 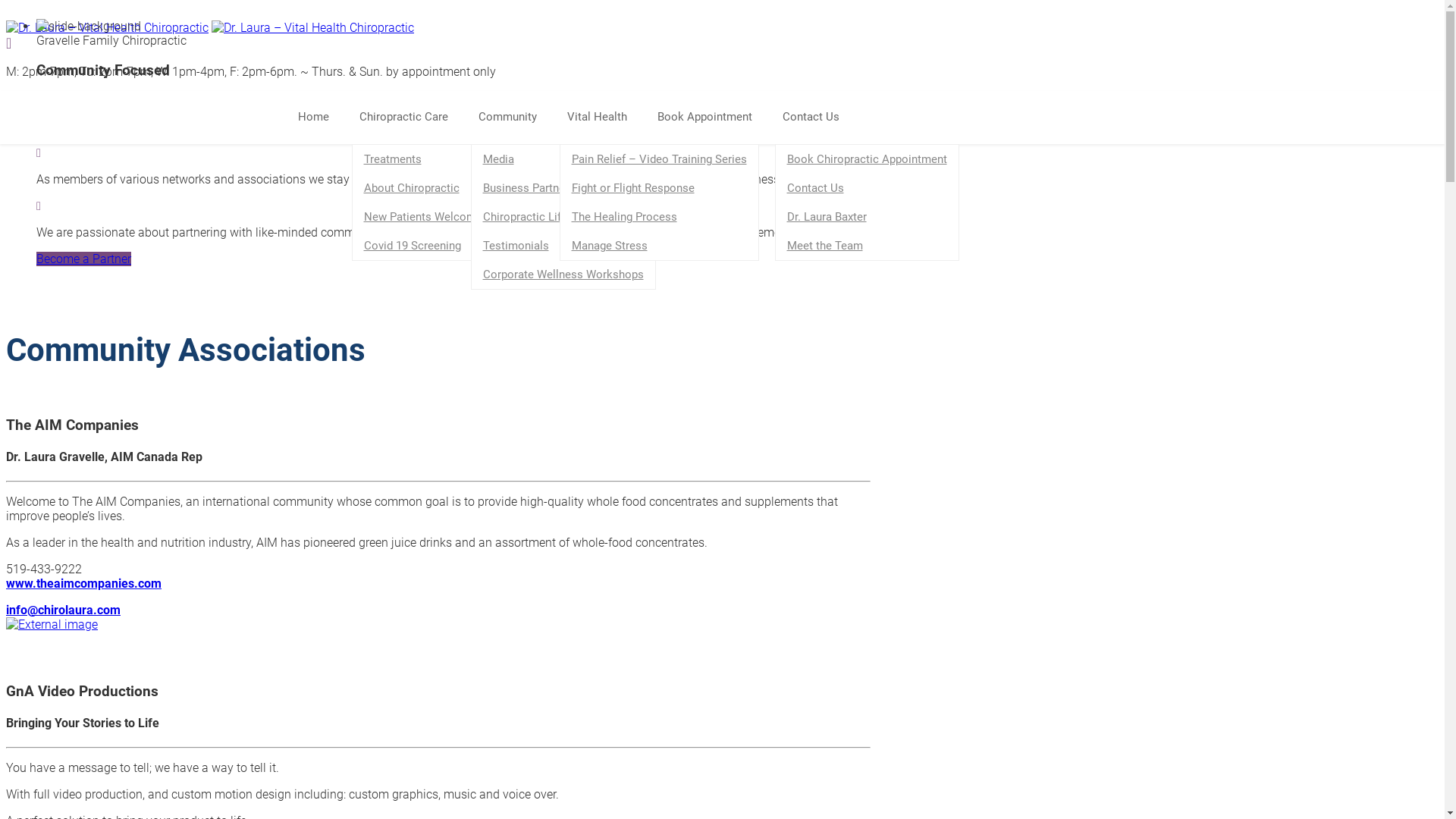 I want to click on 'Home', so click(x=290, y=116).